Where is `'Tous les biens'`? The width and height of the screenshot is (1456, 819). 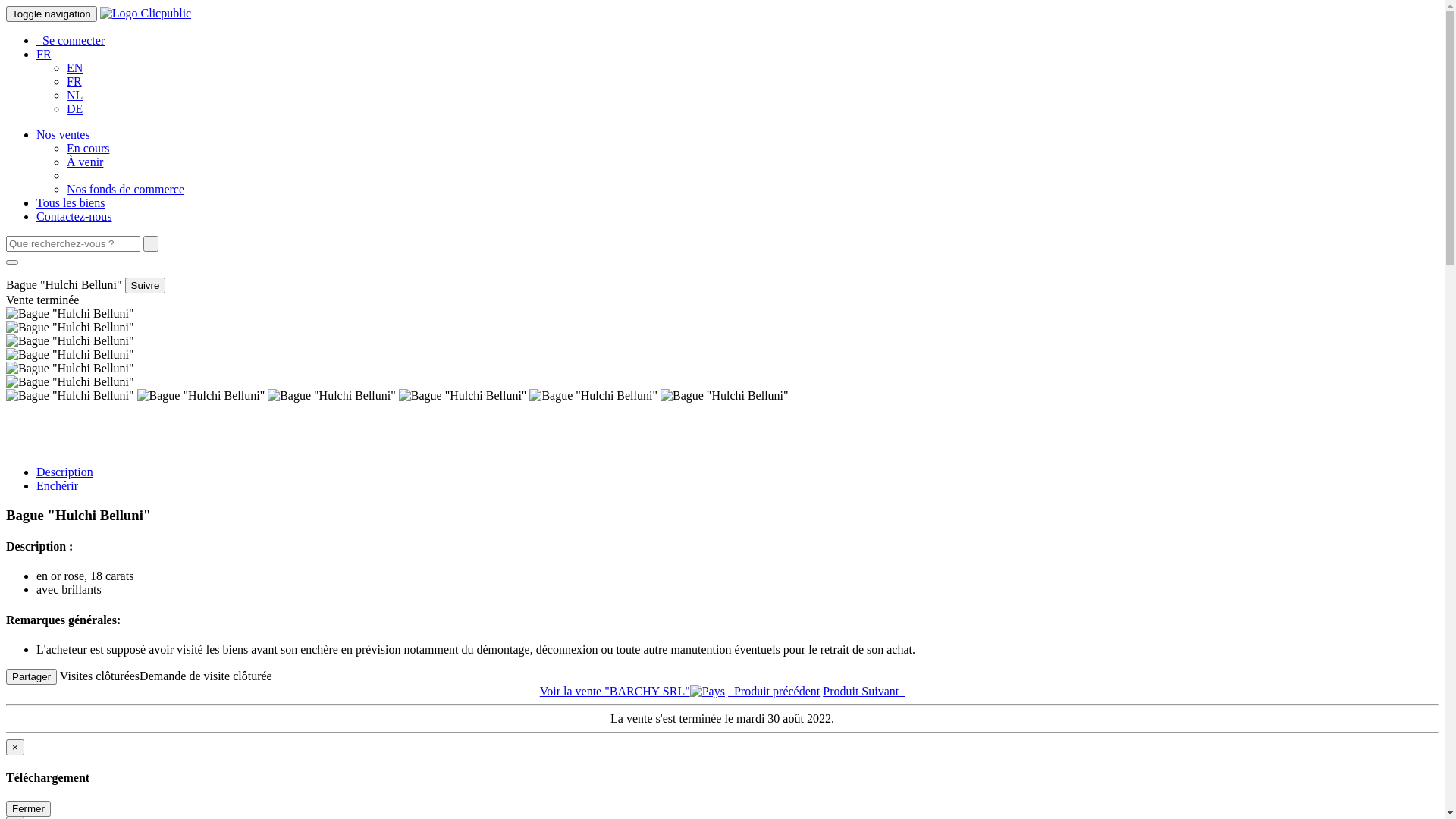 'Tous les biens' is located at coordinates (69, 202).